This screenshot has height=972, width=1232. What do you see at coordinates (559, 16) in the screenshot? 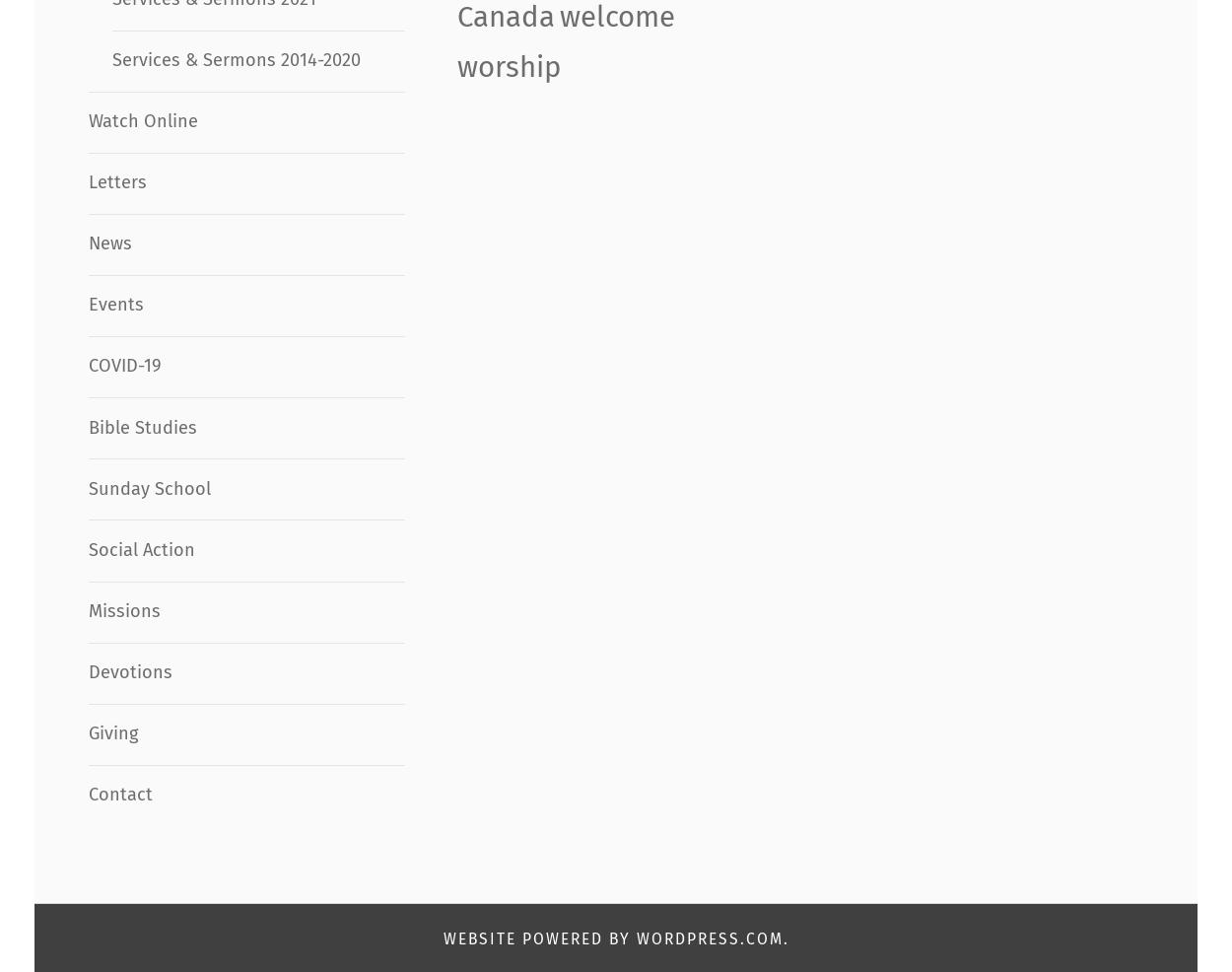
I see `'welcome'` at bounding box center [559, 16].